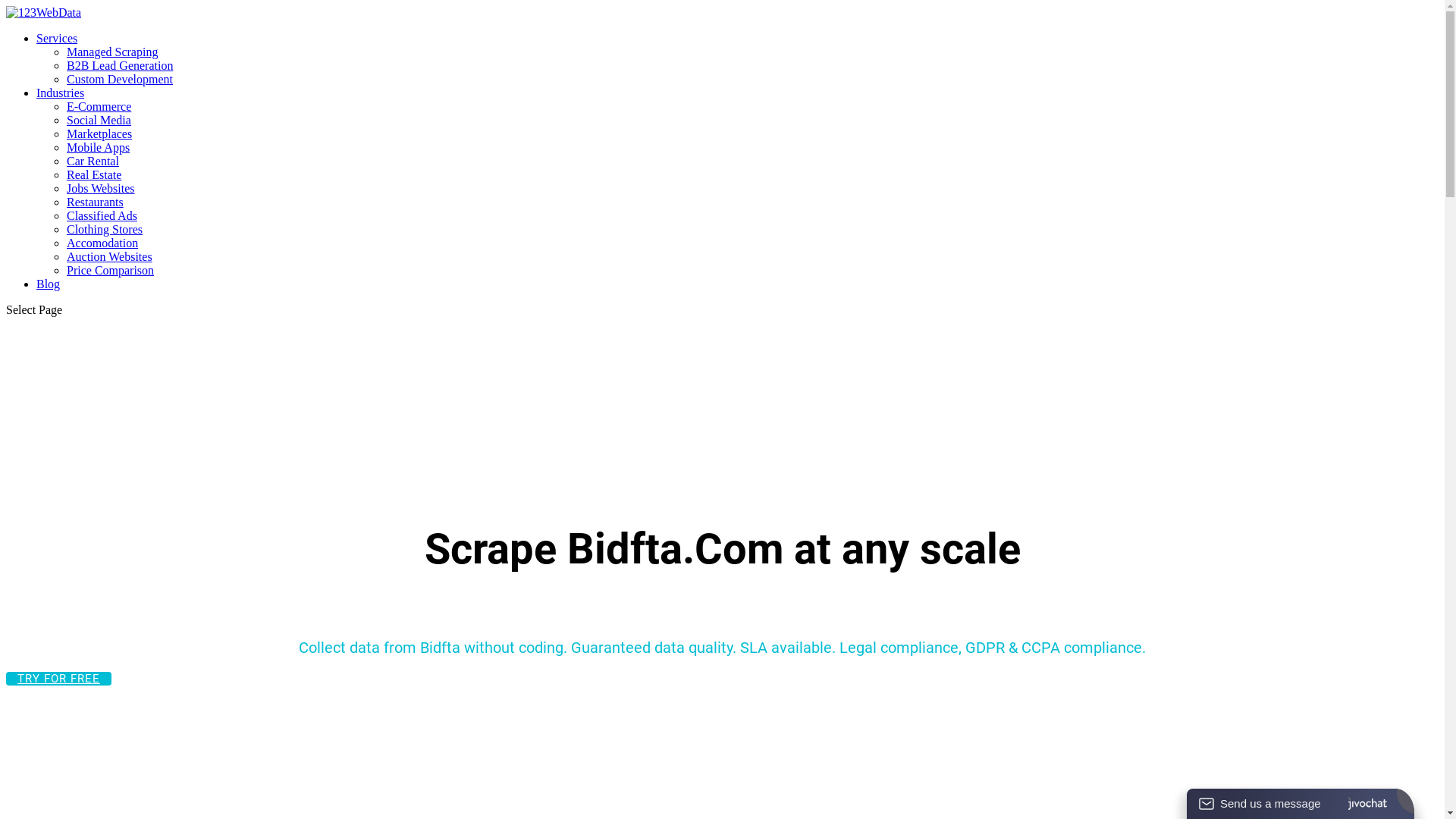  I want to click on 'Industries', so click(60, 93).